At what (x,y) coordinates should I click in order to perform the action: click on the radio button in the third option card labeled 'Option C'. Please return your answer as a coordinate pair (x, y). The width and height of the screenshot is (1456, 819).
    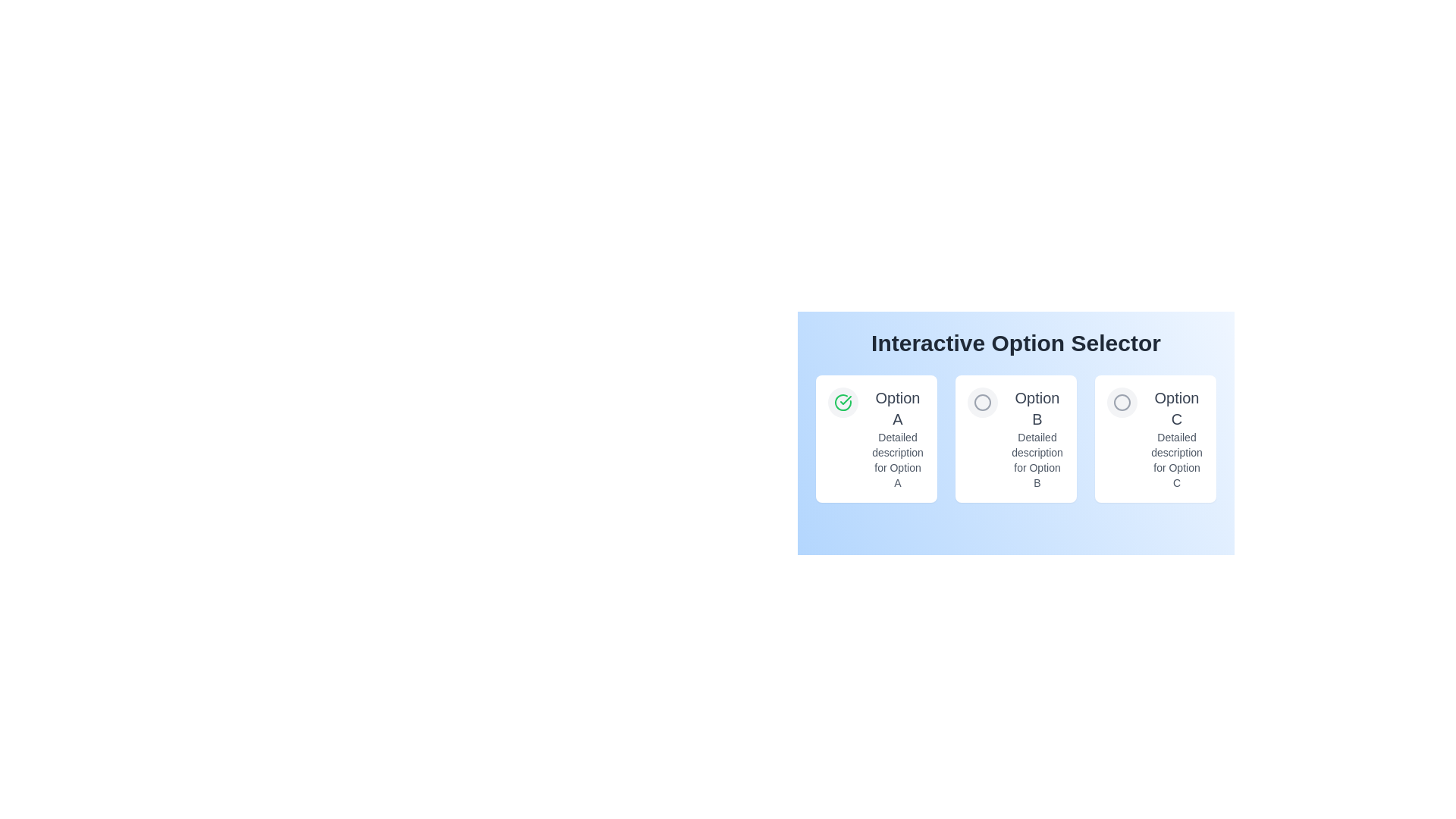
    Looking at the image, I should click on (1122, 402).